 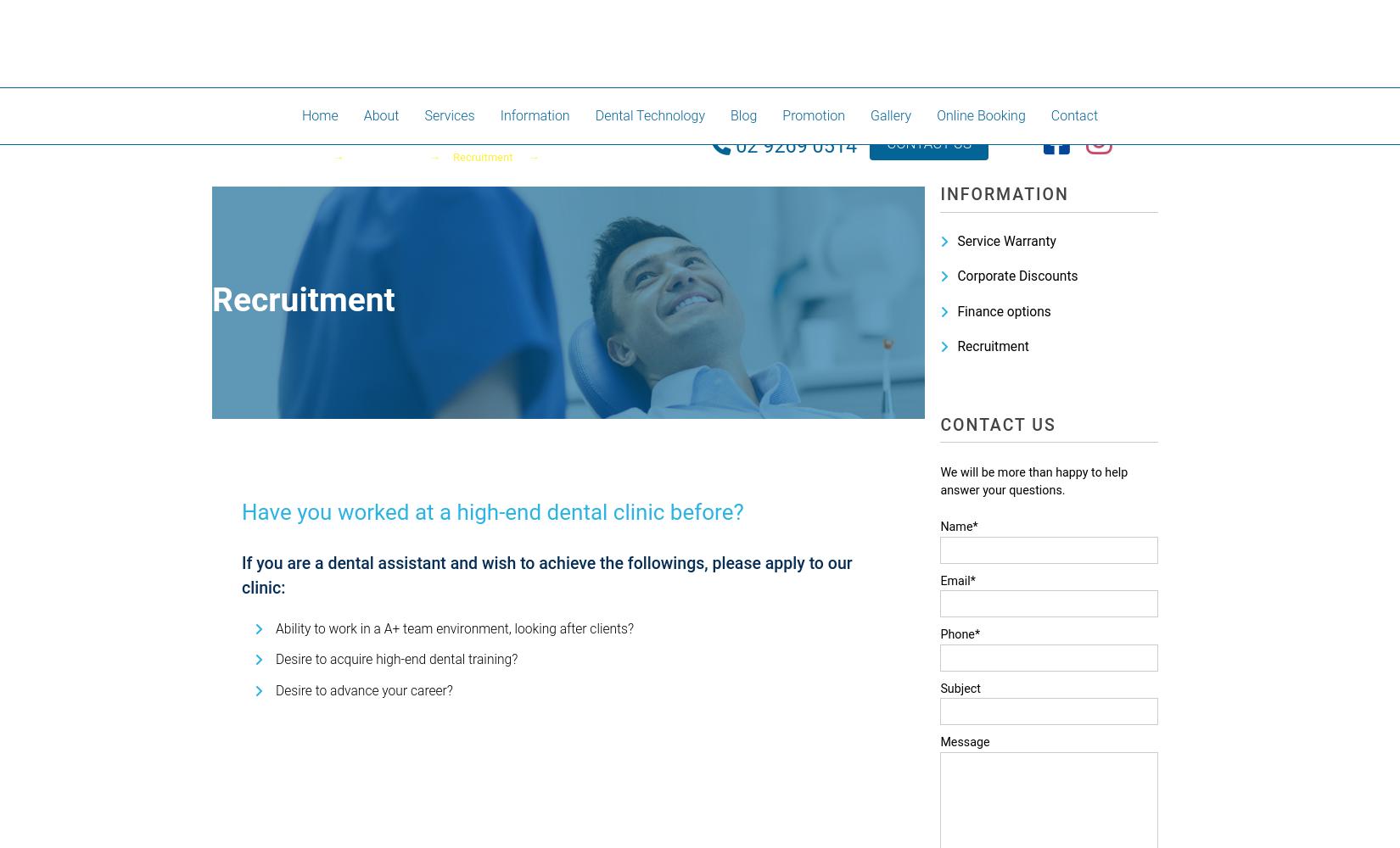 I want to click on 'Email*', so click(x=939, y=580).